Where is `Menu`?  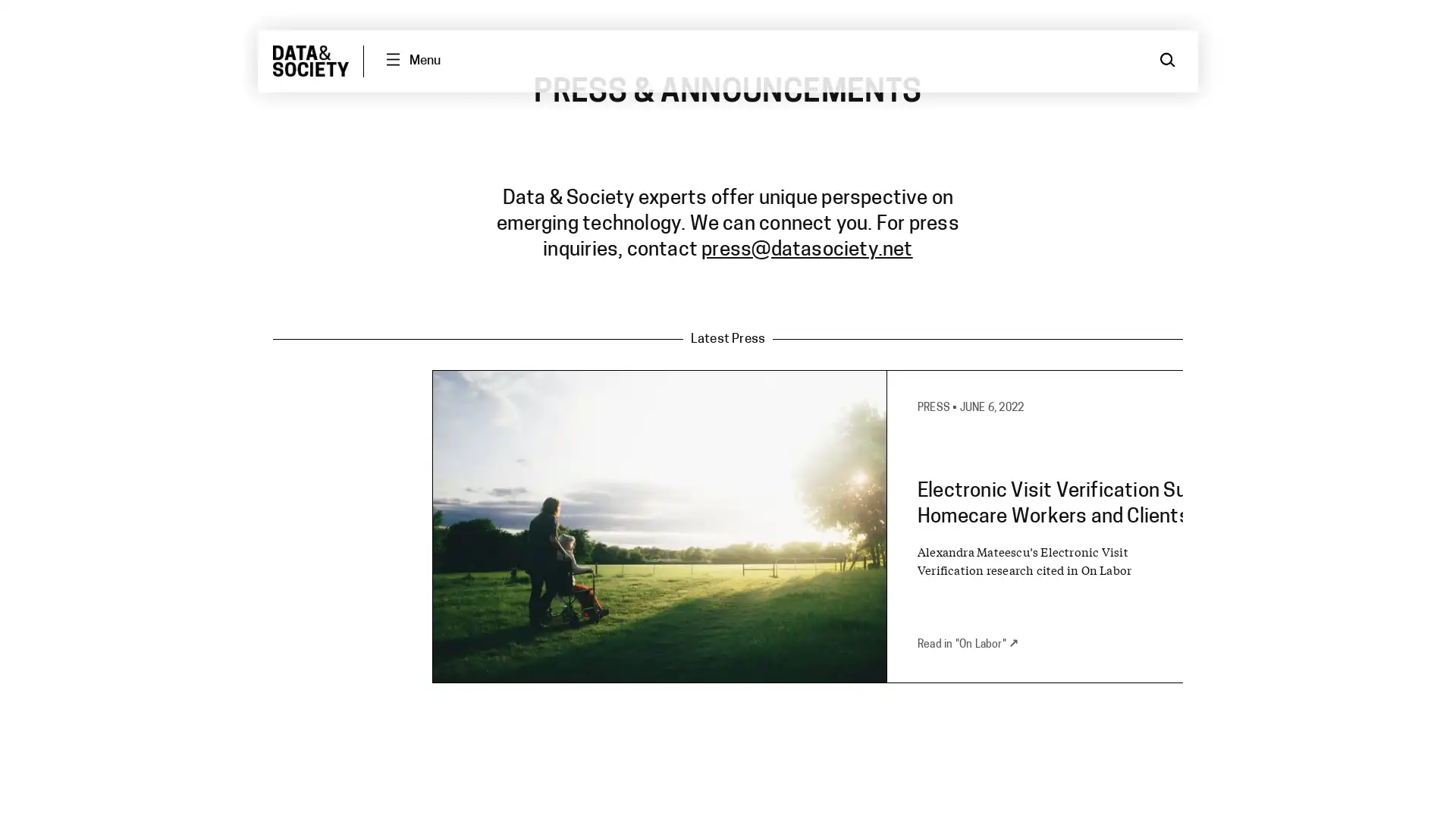 Menu is located at coordinates (412, 60).